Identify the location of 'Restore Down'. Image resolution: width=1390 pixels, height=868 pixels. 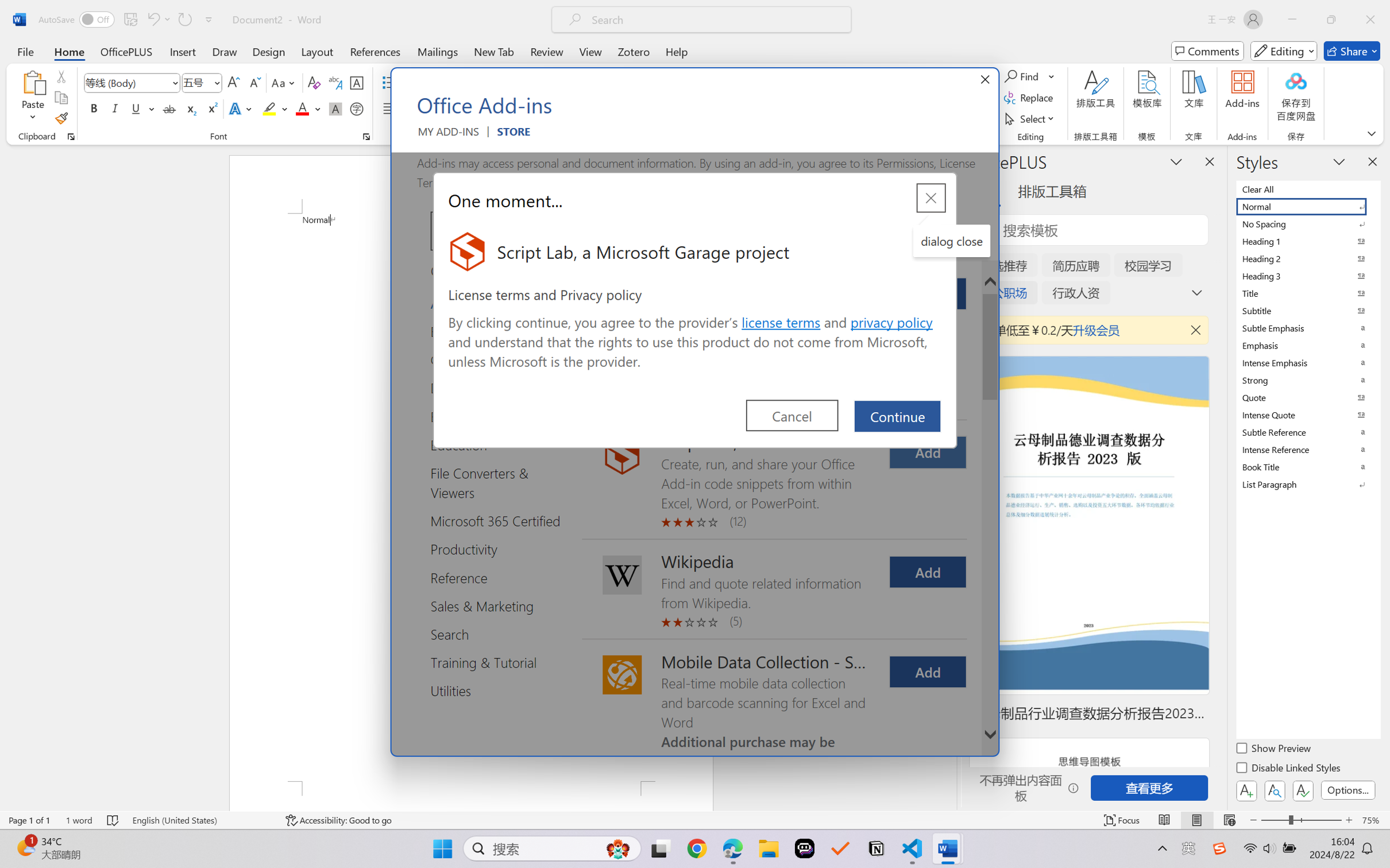
(1331, 19).